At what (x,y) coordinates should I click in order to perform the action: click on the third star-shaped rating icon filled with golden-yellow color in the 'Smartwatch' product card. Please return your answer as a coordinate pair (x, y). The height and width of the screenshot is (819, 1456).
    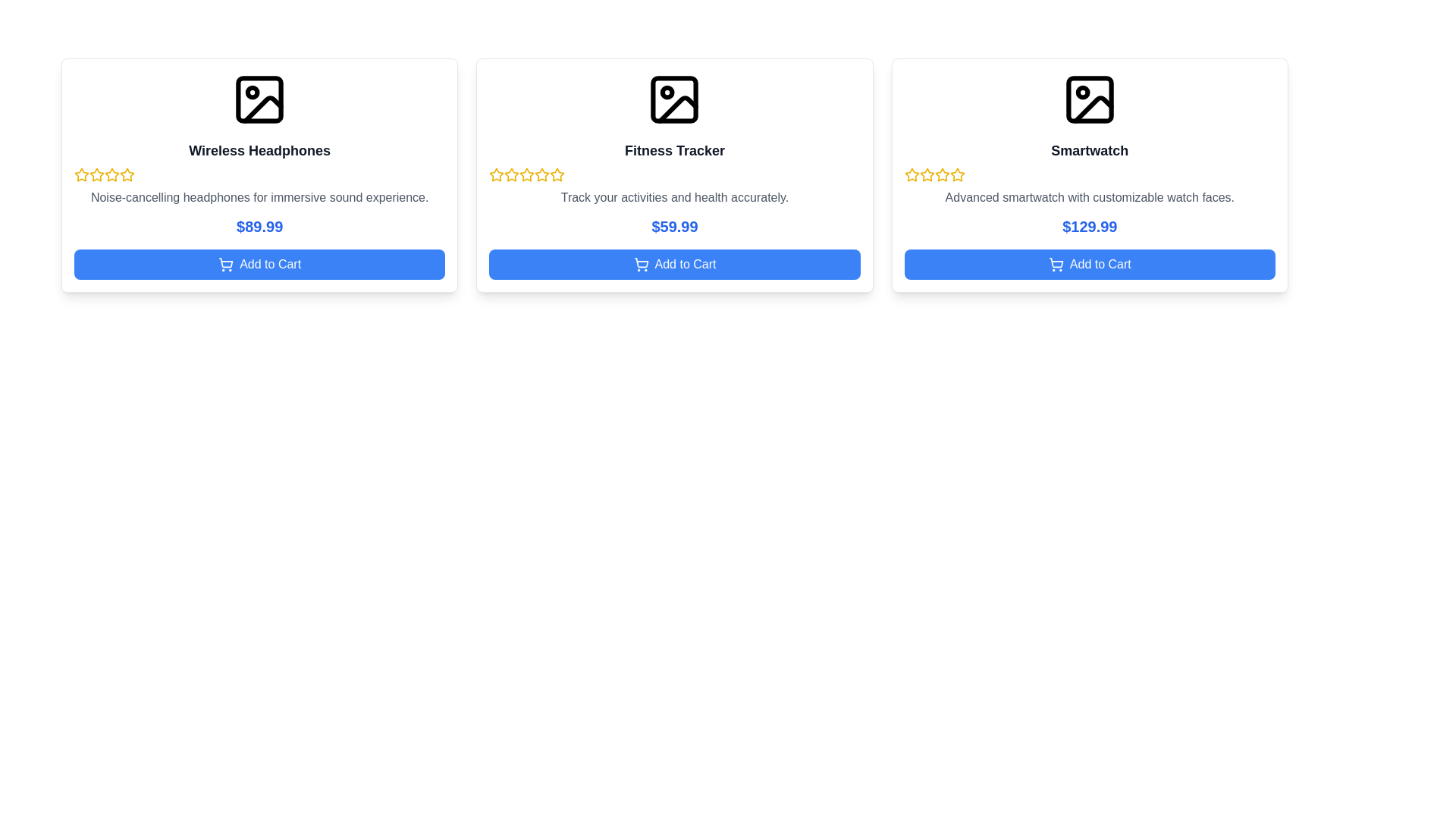
    Looking at the image, I should click on (941, 174).